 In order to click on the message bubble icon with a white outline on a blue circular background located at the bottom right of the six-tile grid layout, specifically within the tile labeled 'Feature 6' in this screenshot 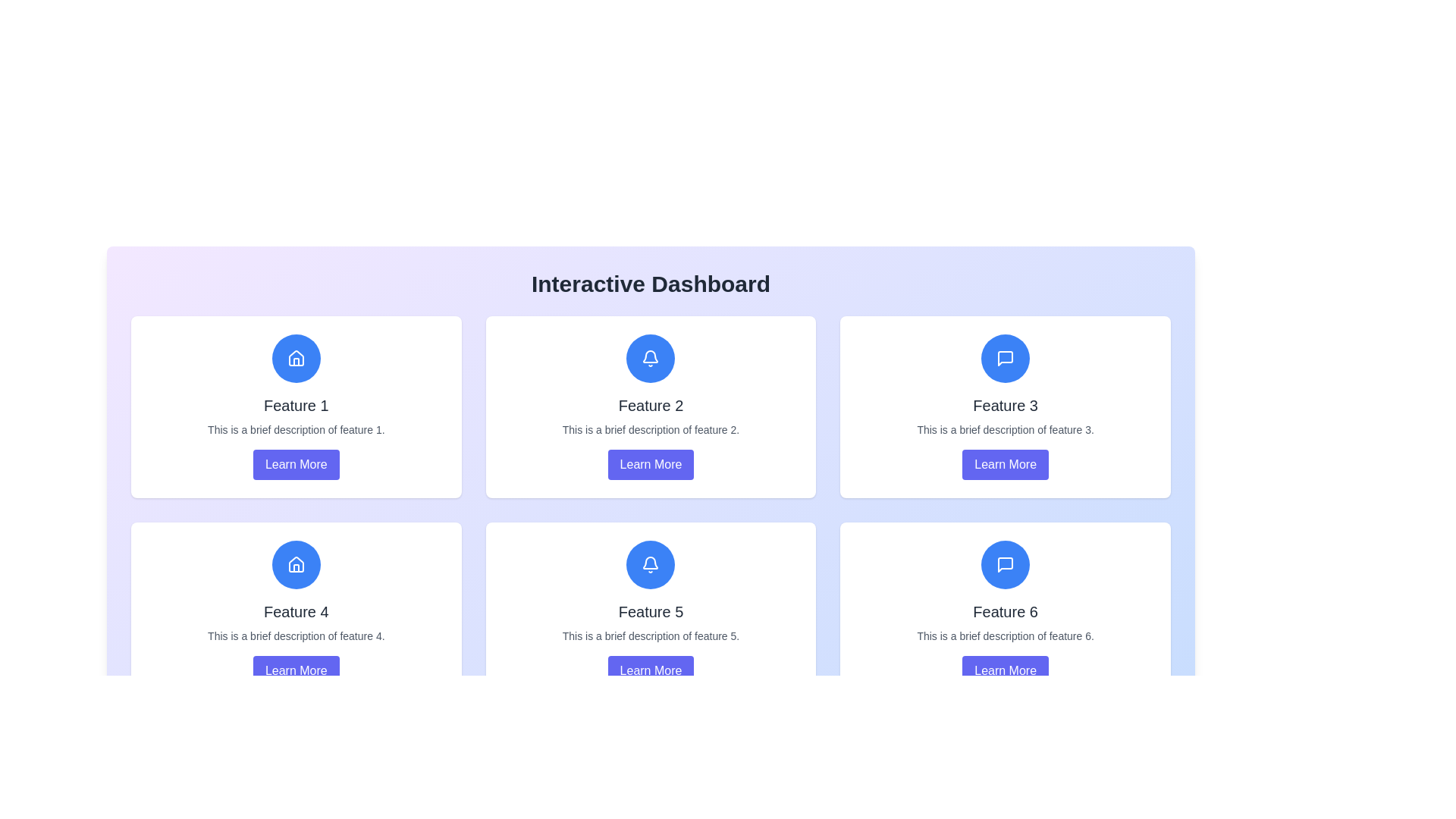, I will do `click(1006, 564)`.